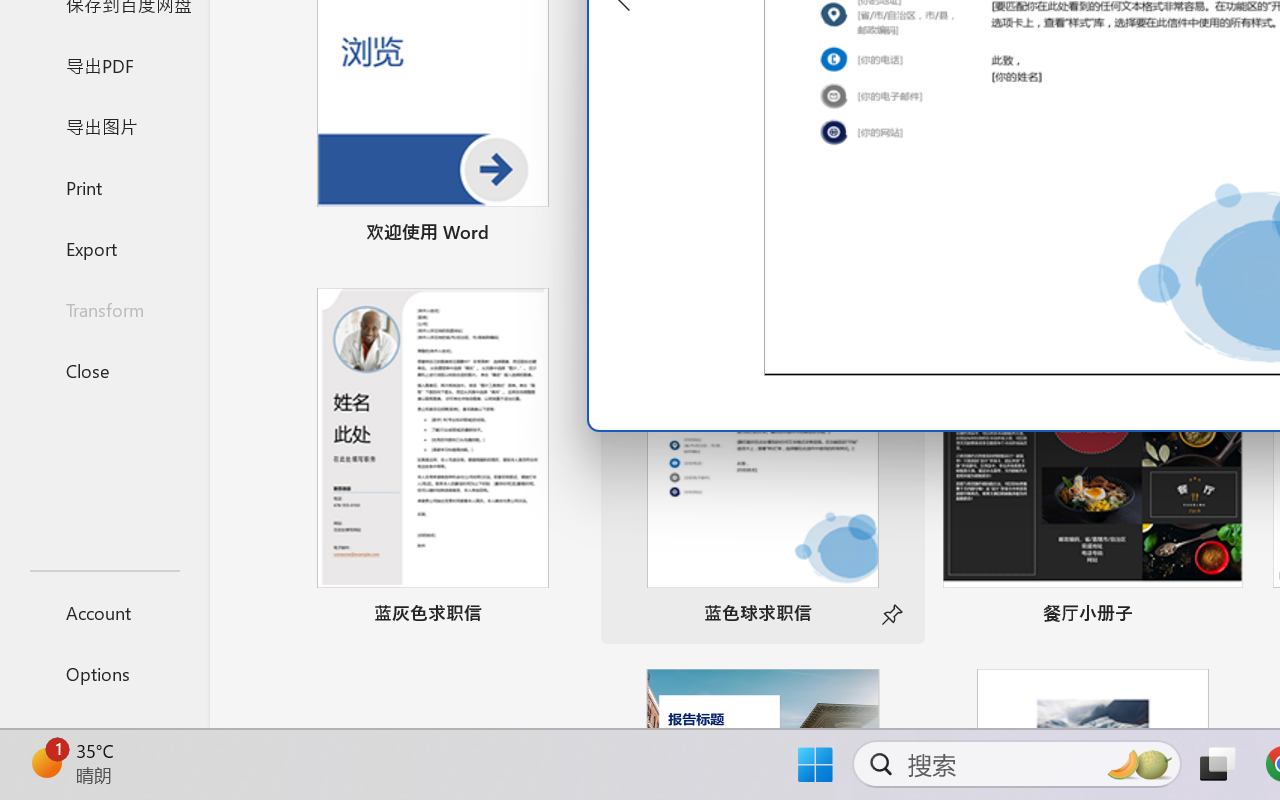 The image size is (1280, 800). Describe the element at coordinates (103, 247) in the screenshot. I see `'Export'` at that location.